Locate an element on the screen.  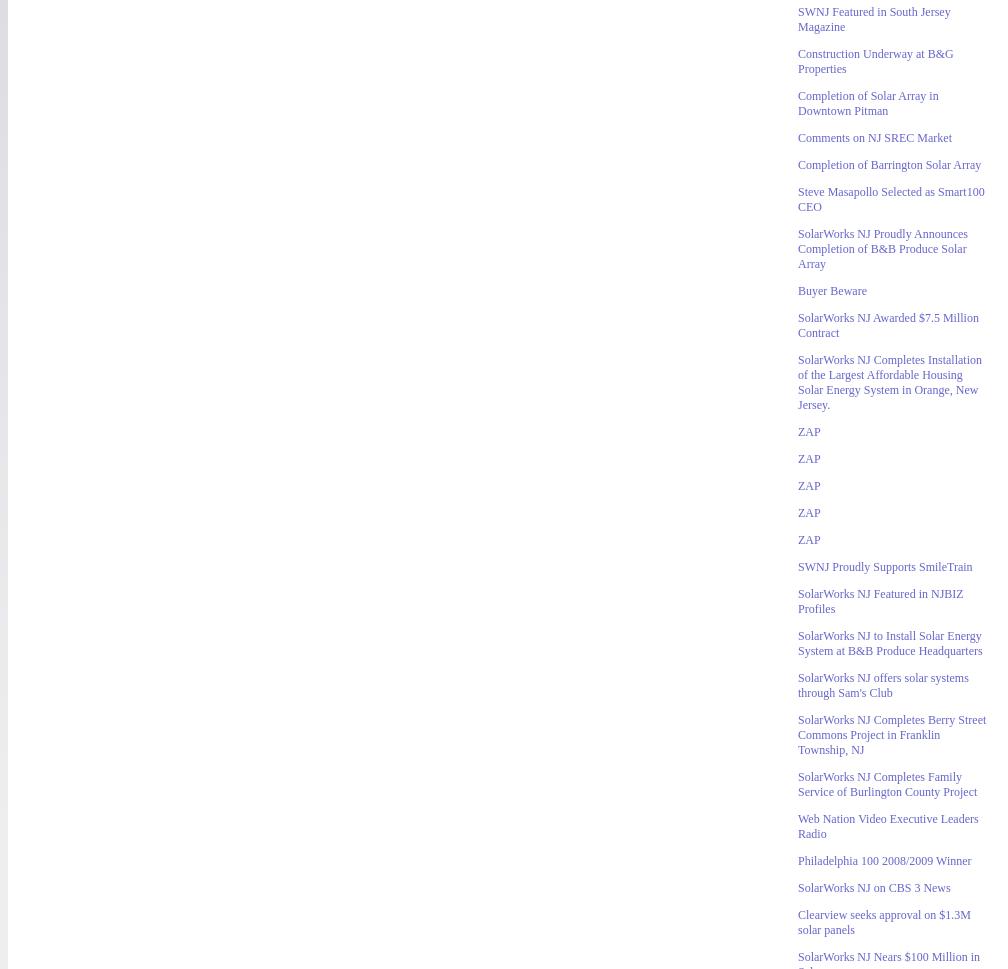
'Construction Underway at B&G Properties' is located at coordinates (798, 60).